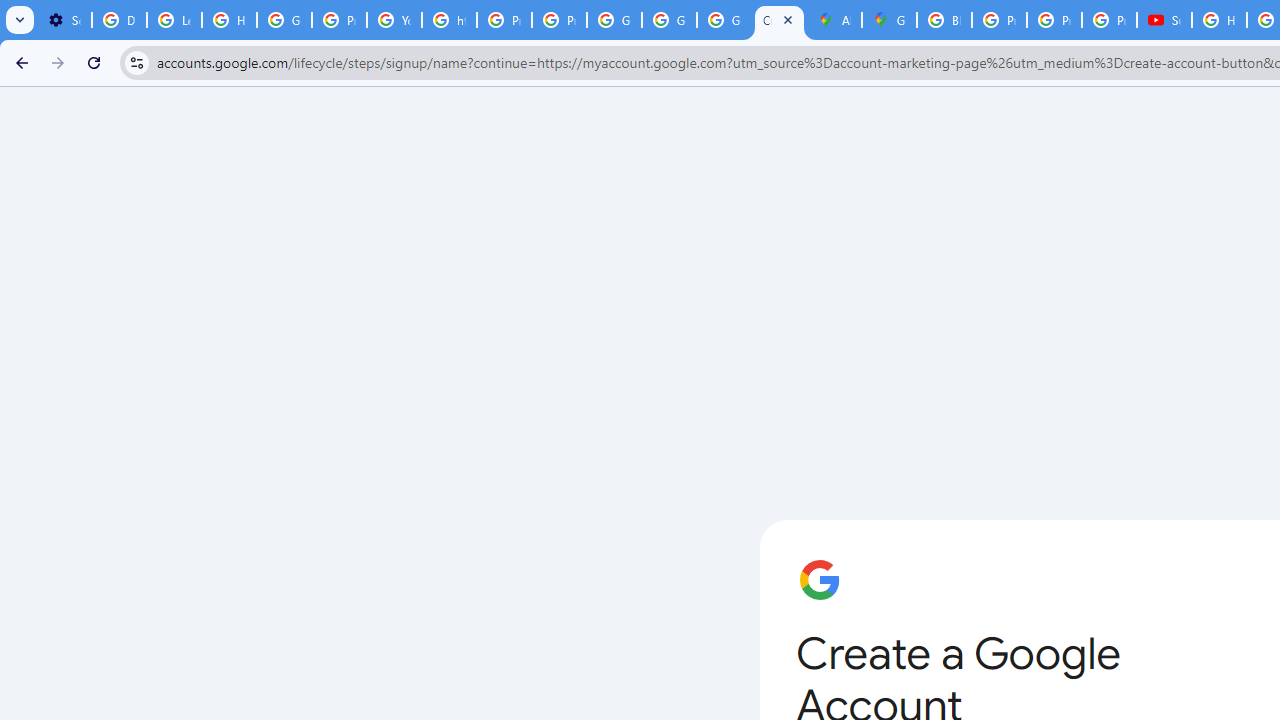 The width and height of the screenshot is (1280, 720). I want to click on 'Settings - Customize profile', so click(64, 20).